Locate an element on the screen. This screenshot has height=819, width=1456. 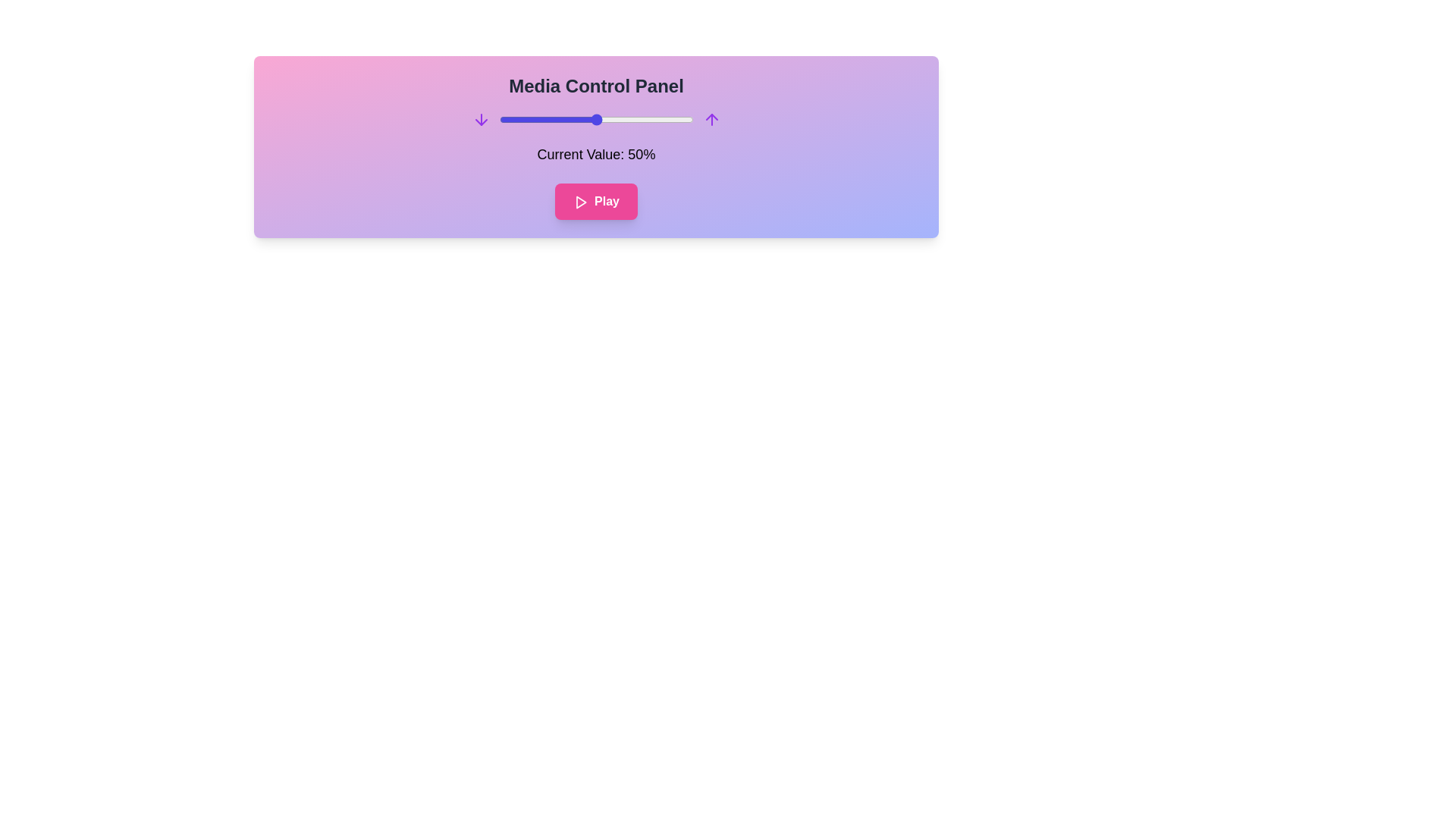
the slider to set its value to 22 is located at coordinates (541, 119).